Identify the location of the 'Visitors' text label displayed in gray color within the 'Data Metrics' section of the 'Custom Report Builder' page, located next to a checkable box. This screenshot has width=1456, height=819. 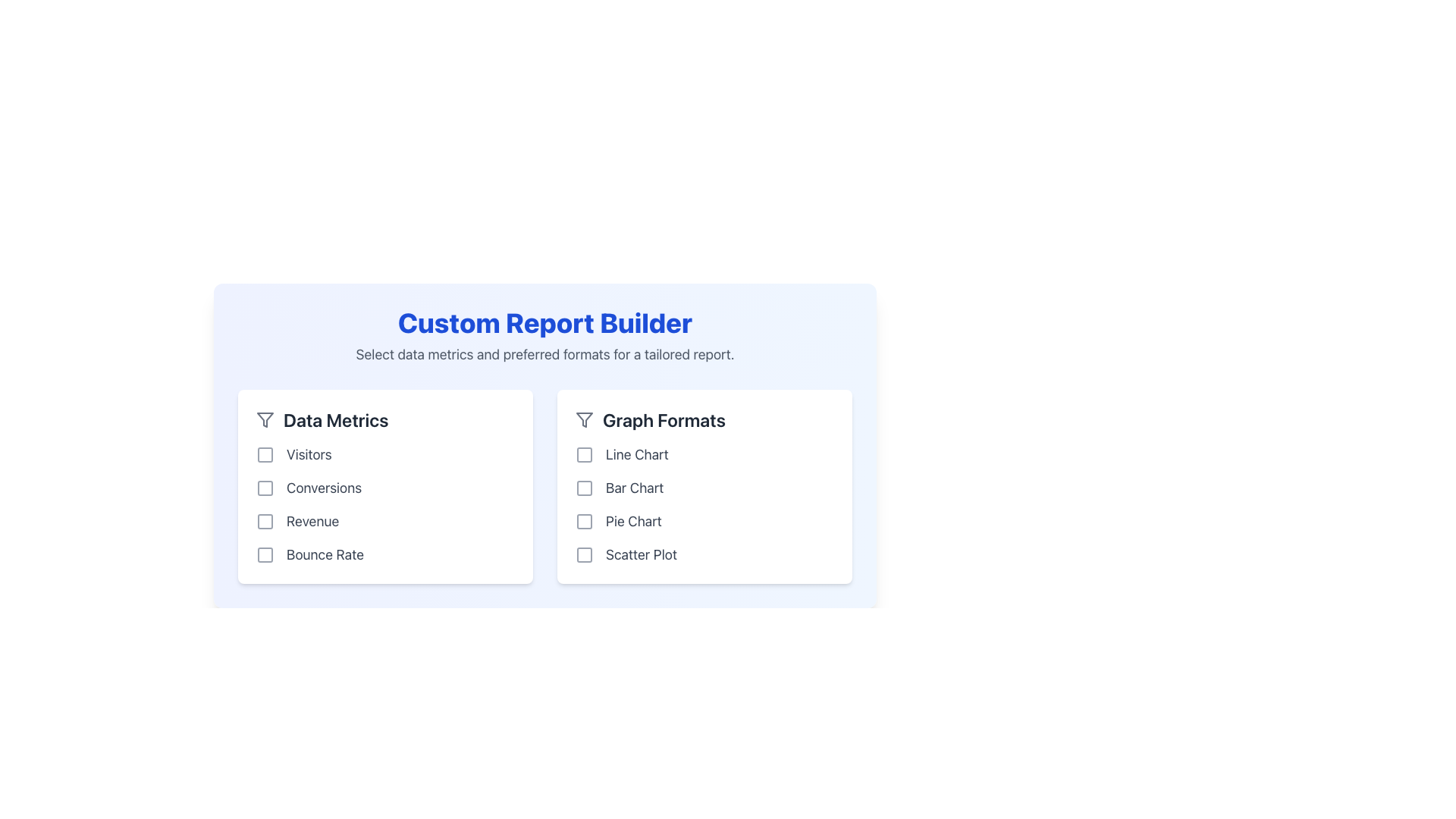
(308, 454).